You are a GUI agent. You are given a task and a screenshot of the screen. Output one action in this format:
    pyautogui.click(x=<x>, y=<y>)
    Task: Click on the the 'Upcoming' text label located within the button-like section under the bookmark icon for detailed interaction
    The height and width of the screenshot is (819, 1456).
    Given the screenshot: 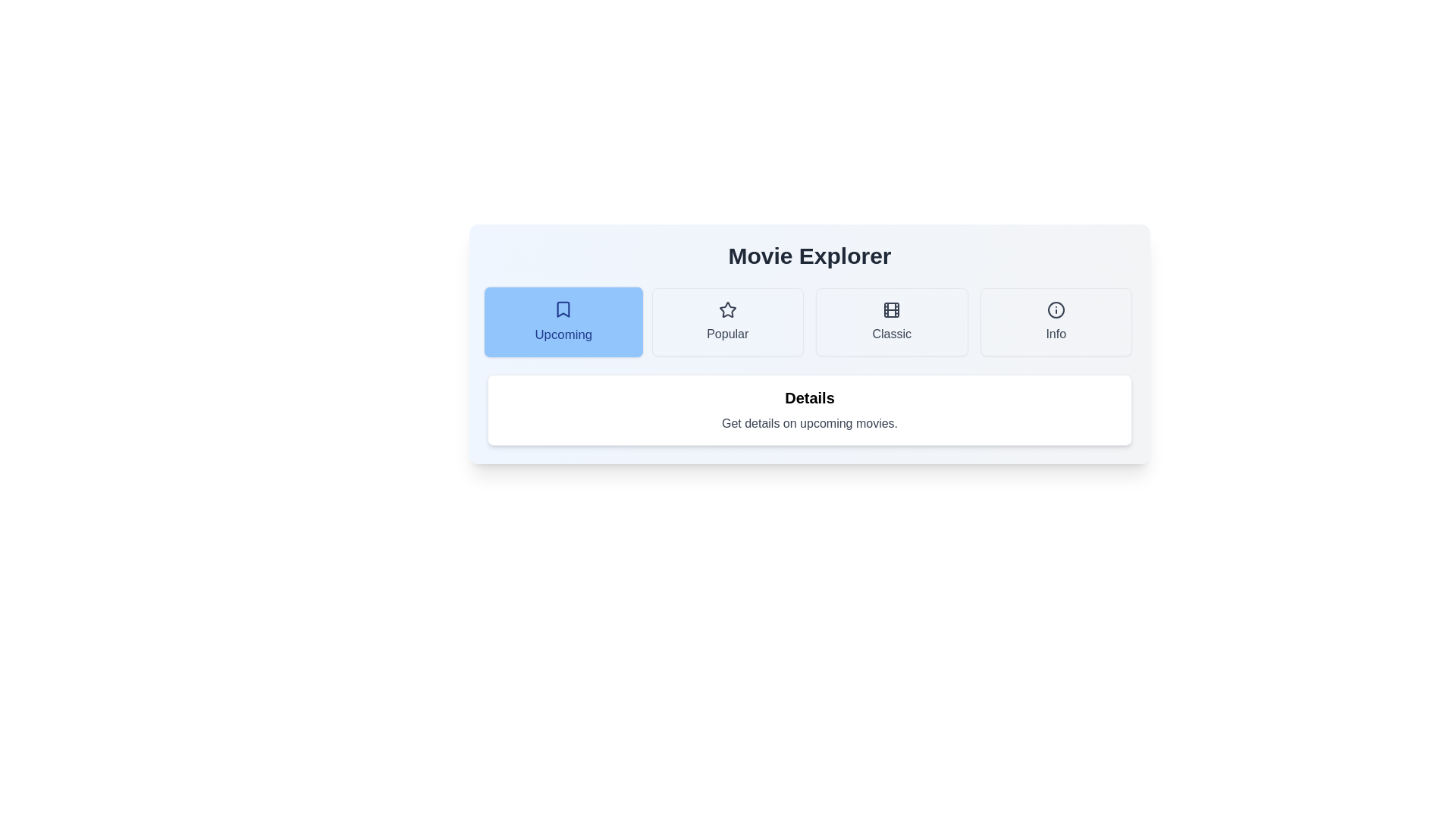 What is the action you would take?
    pyautogui.click(x=563, y=334)
    